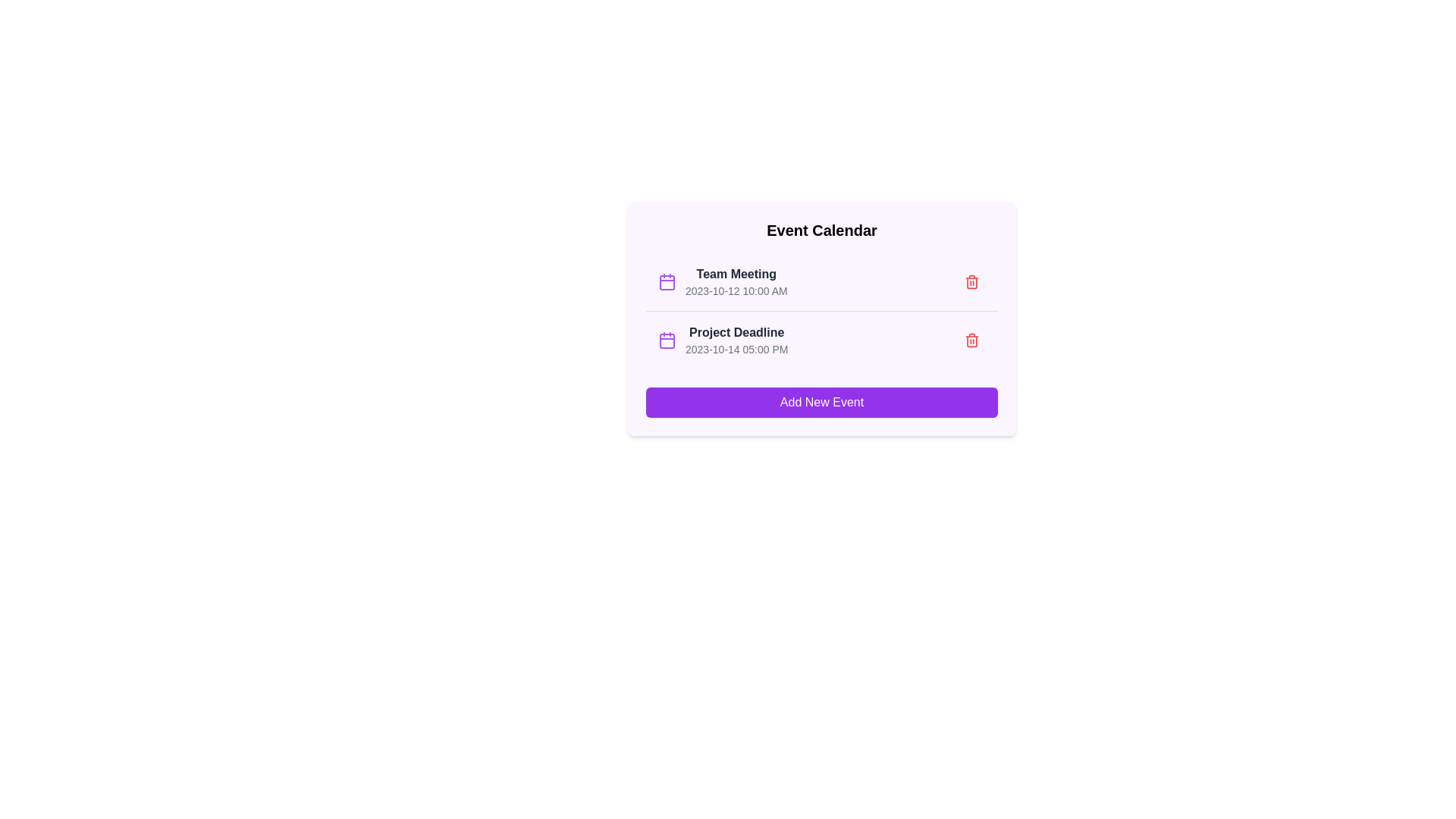  I want to click on the 'Add New Event' button, so click(821, 402).